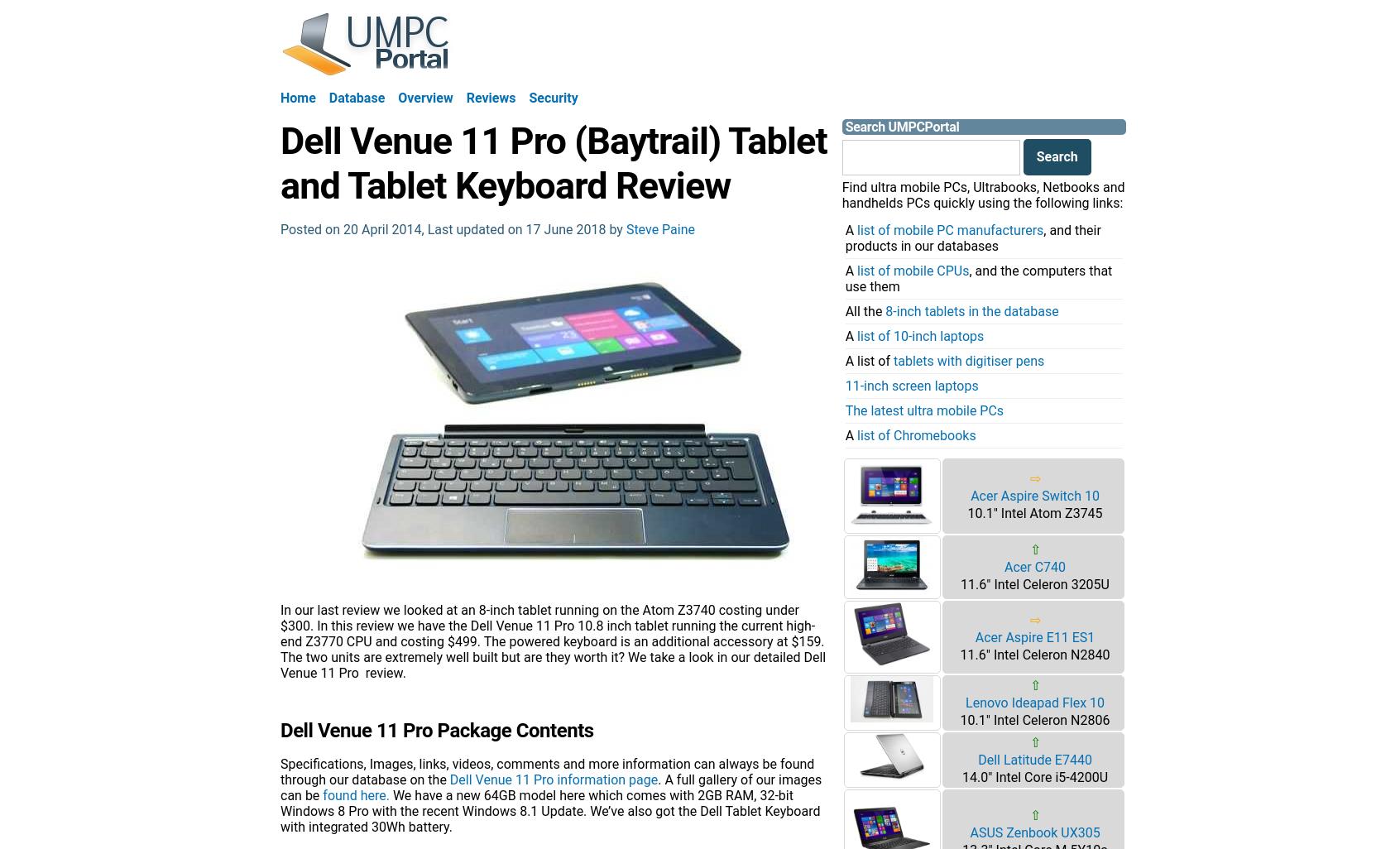  Describe the element at coordinates (901, 127) in the screenshot. I see `'Search UMPCPortal'` at that location.